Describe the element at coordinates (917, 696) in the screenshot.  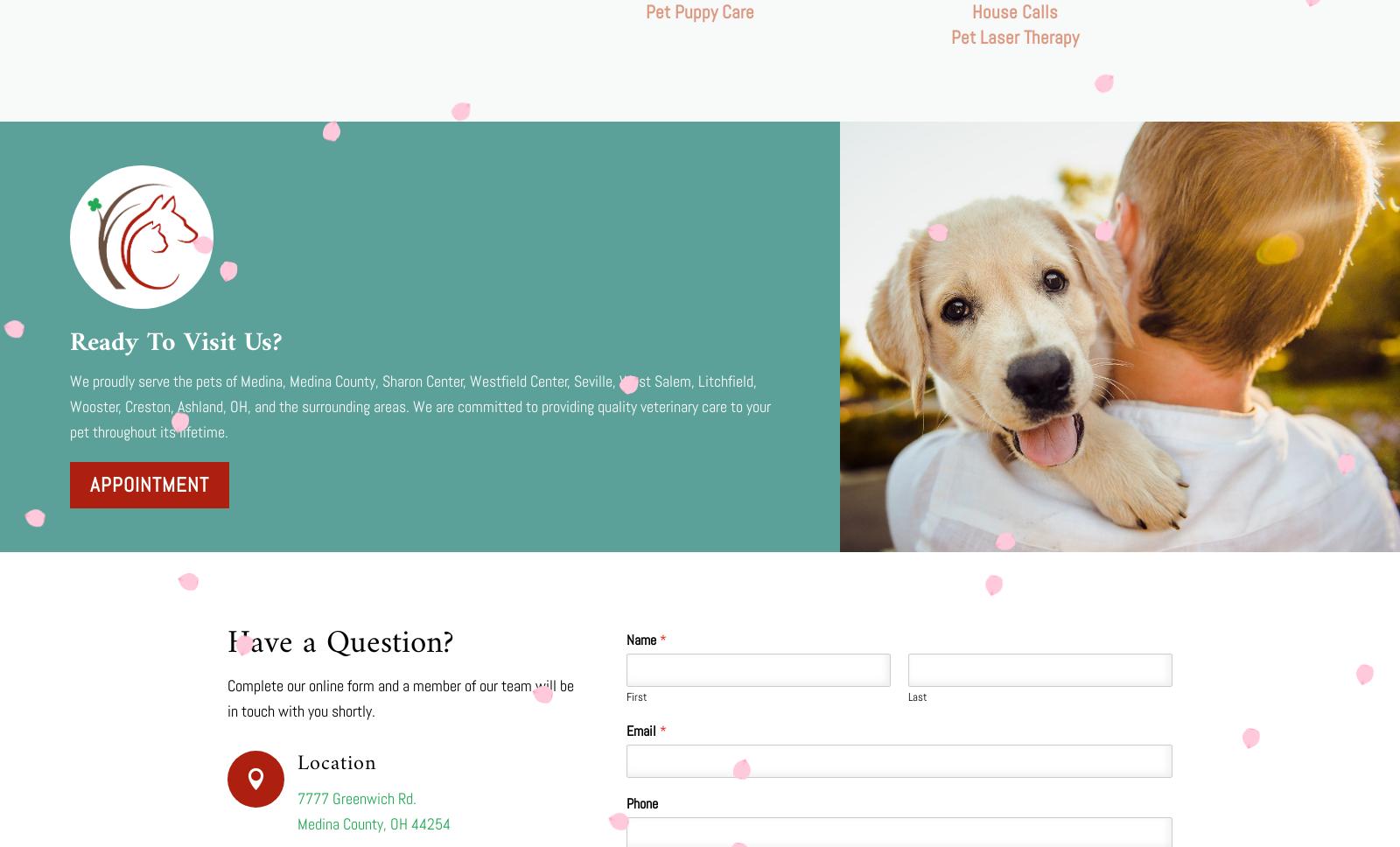
I see `'Last'` at that location.